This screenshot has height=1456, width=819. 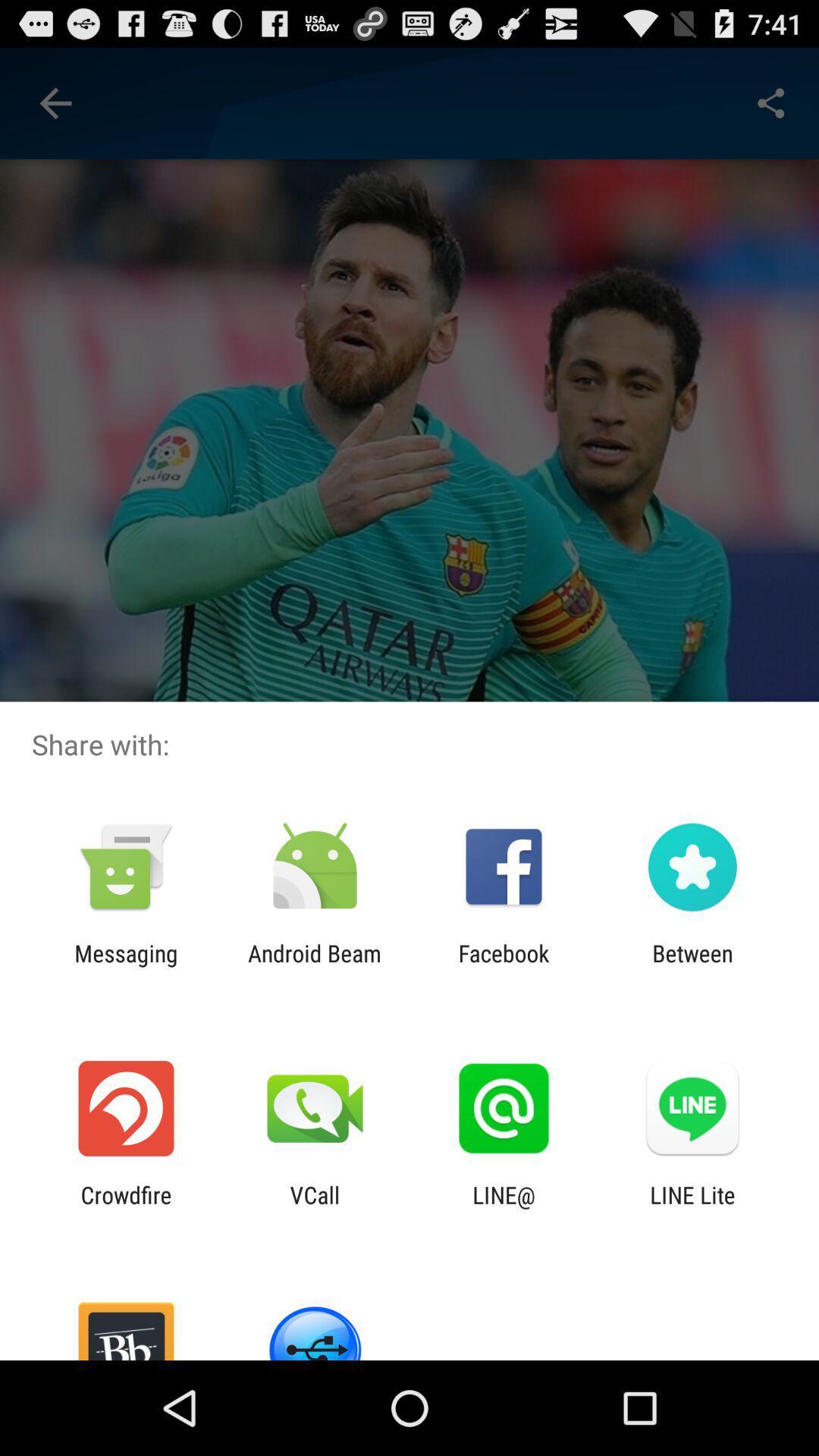 What do you see at coordinates (314, 1207) in the screenshot?
I see `app next to the line@` at bounding box center [314, 1207].